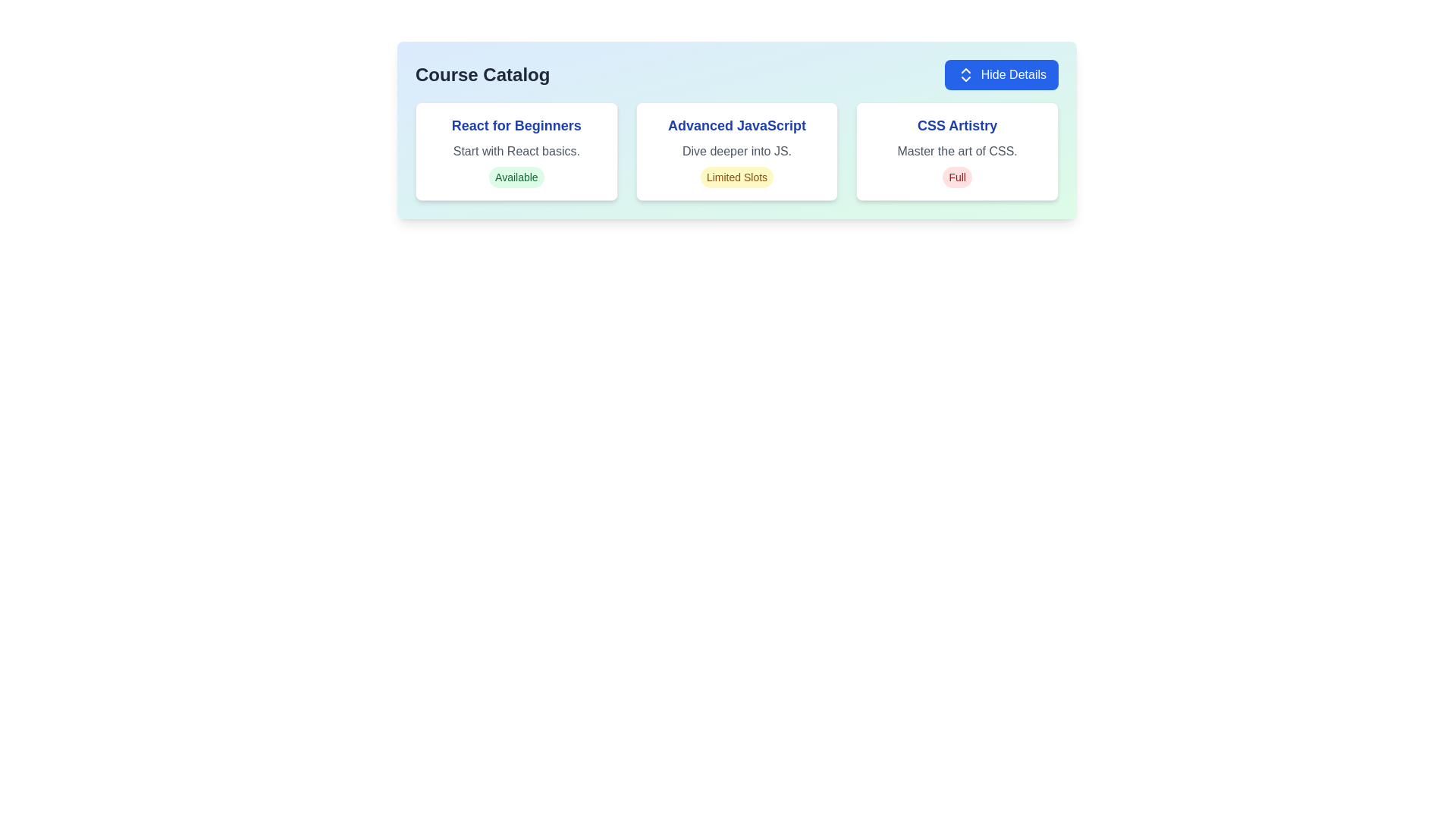 The width and height of the screenshot is (1456, 819). Describe the element at coordinates (482, 75) in the screenshot. I see `the prominent 'Course Catalog' text label located at the top left of the header section` at that location.